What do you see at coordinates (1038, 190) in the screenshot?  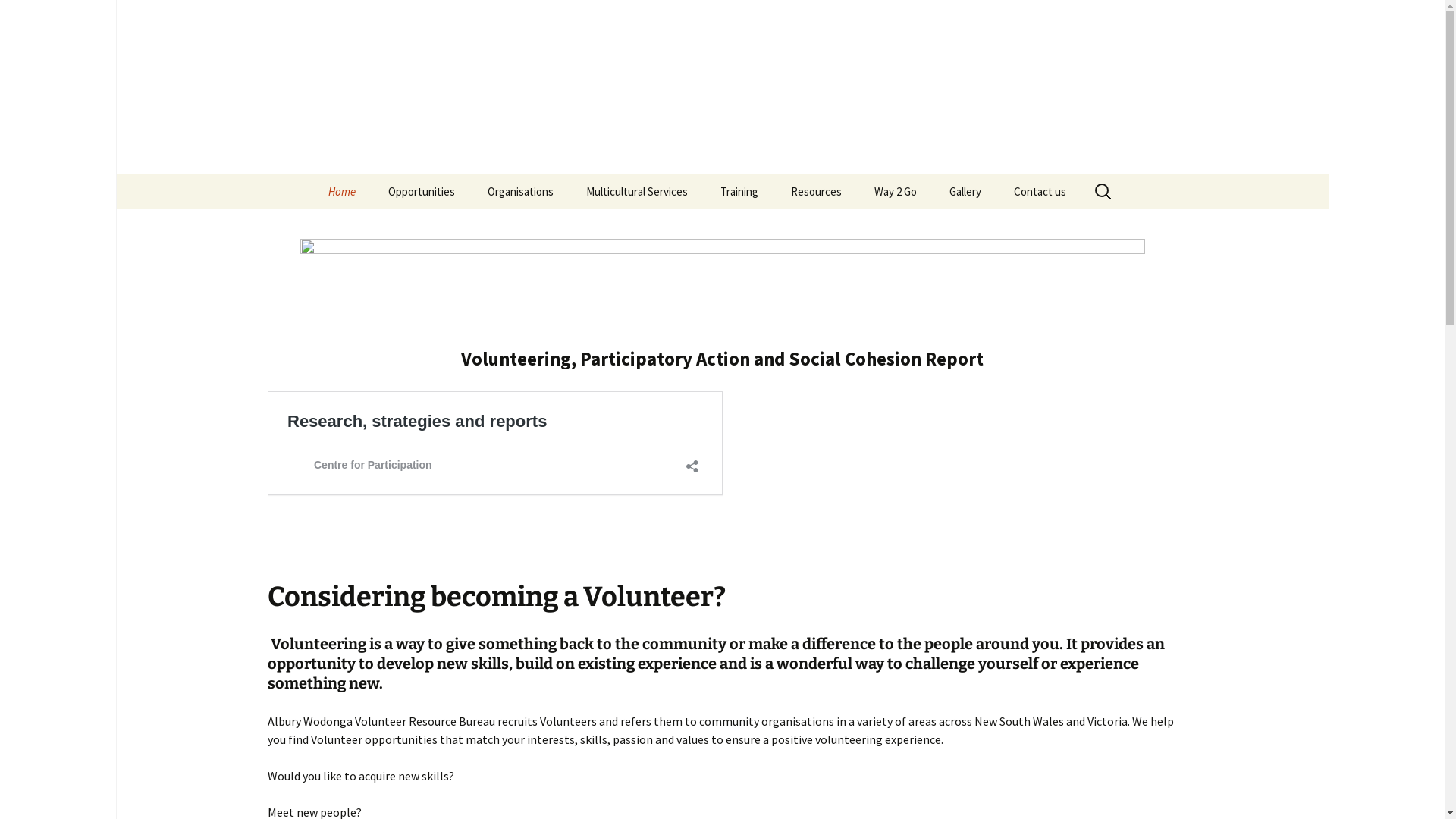 I see `'Contact us'` at bounding box center [1038, 190].